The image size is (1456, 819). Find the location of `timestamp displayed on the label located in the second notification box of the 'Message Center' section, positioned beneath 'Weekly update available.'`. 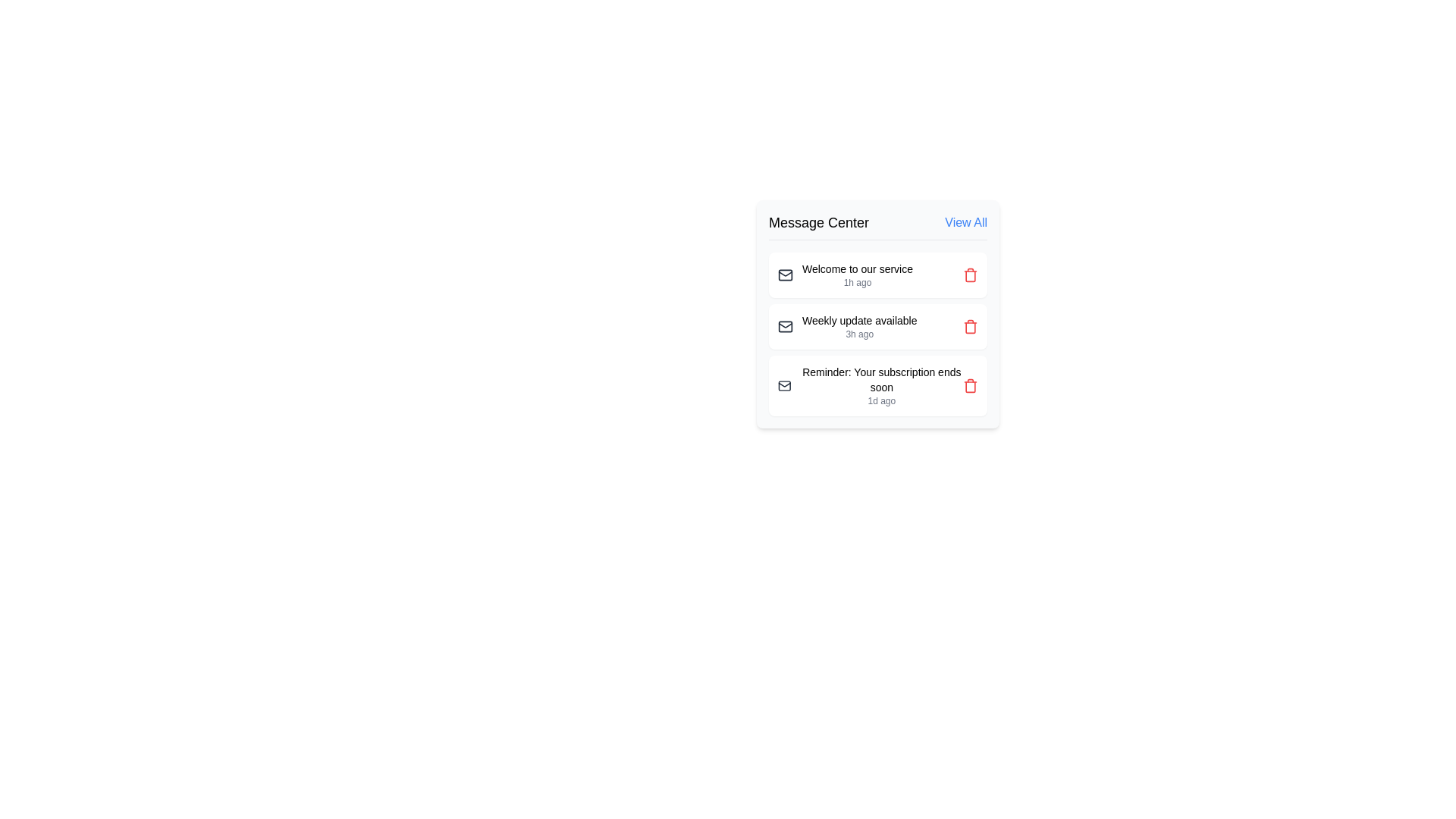

timestamp displayed on the label located in the second notification box of the 'Message Center' section, positioned beneath 'Weekly update available.' is located at coordinates (859, 333).